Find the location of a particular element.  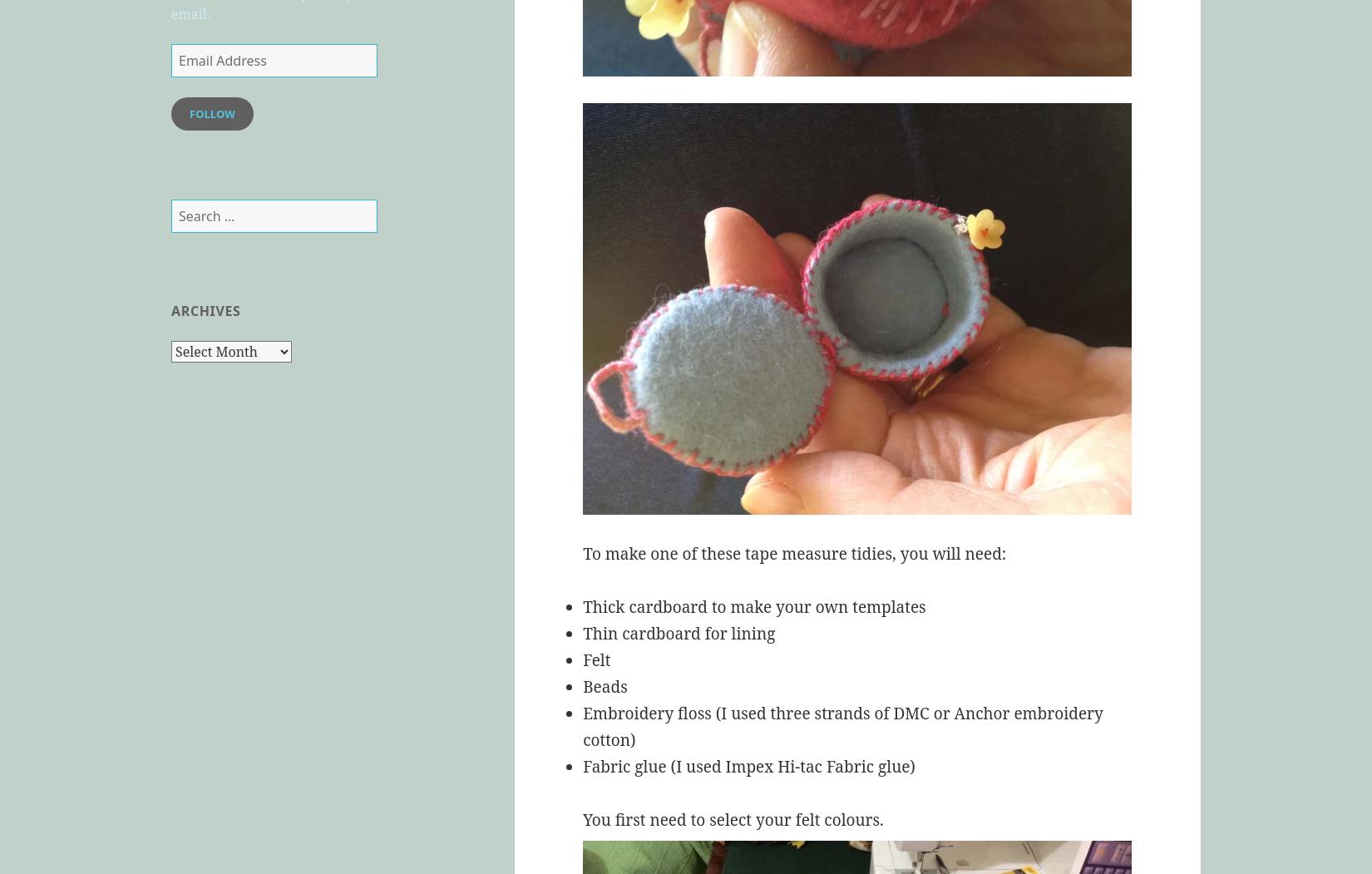

'Follow' is located at coordinates (211, 113).